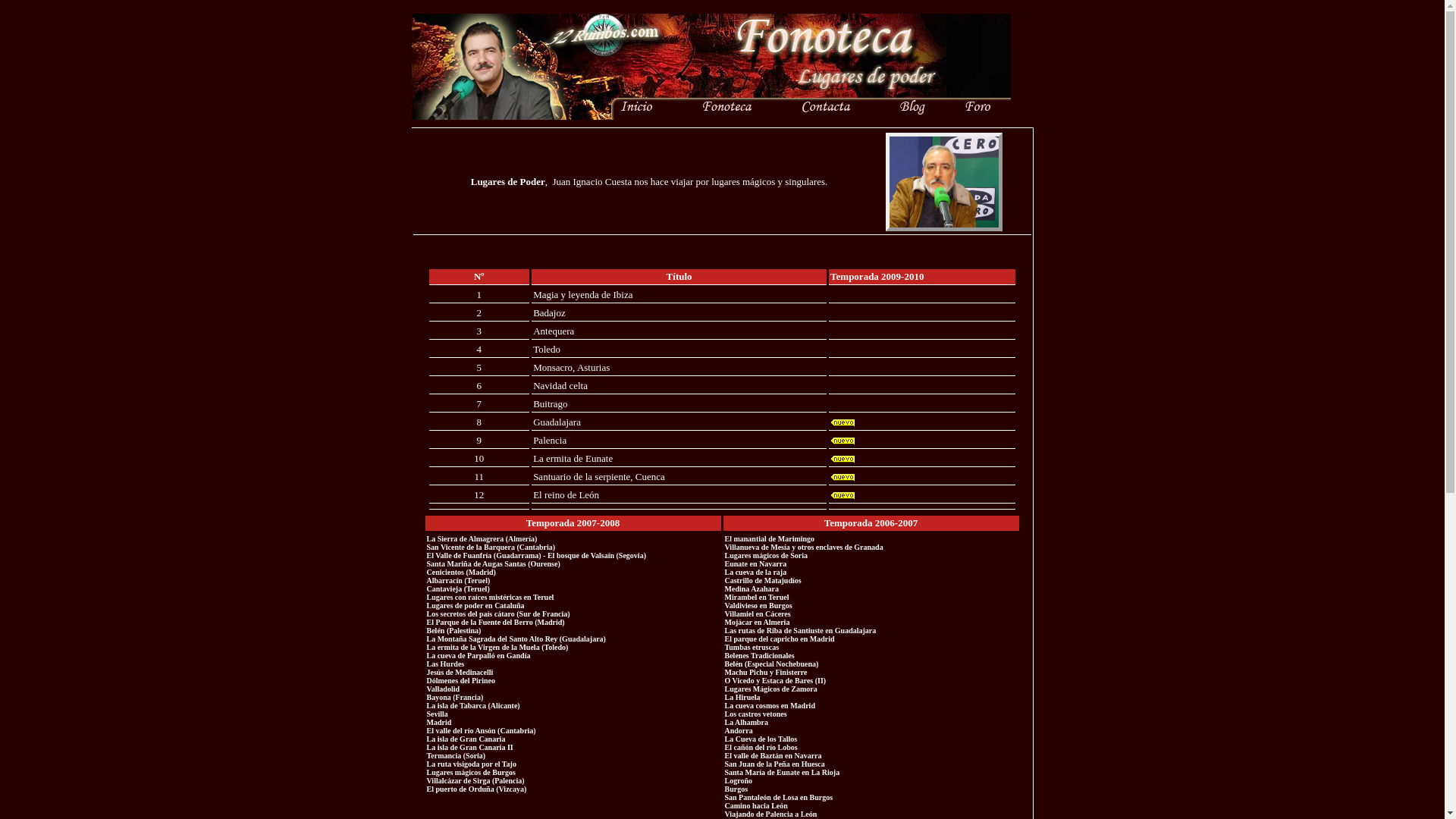  Describe the element at coordinates (443, 714) in the screenshot. I see `'Sevilla      '` at that location.